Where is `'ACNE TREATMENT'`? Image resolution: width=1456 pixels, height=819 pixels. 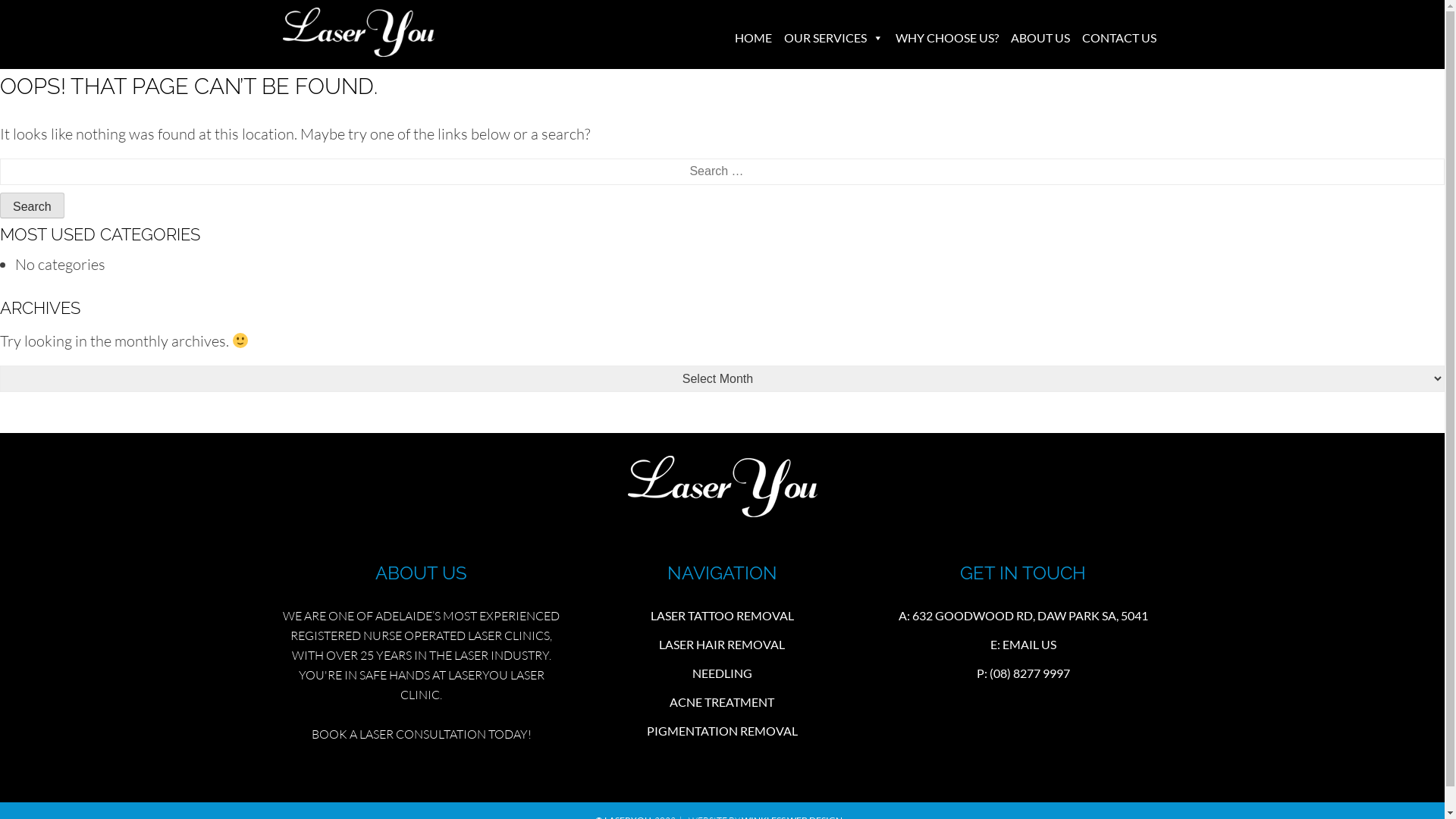 'ACNE TREATMENT' is located at coordinates (720, 701).